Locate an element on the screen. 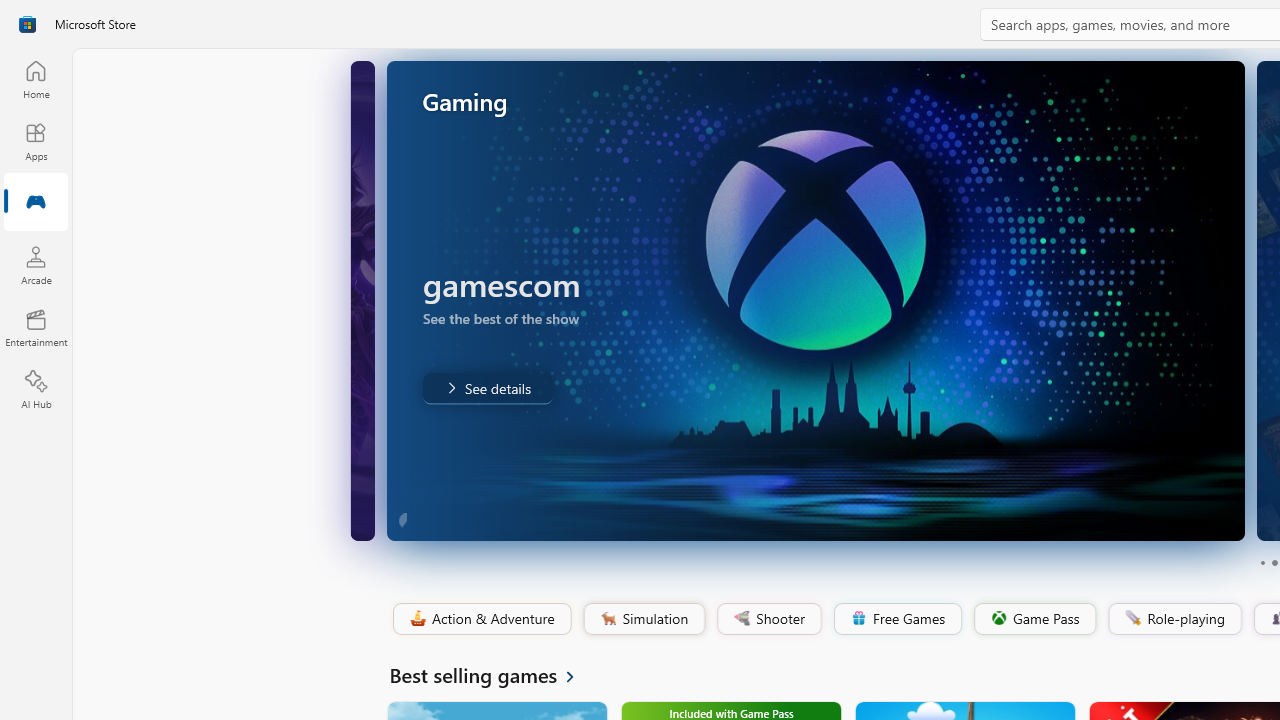 The width and height of the screenshot is (1280, 720). 'See all  Best selling games' is located at coordinates (494, 675).